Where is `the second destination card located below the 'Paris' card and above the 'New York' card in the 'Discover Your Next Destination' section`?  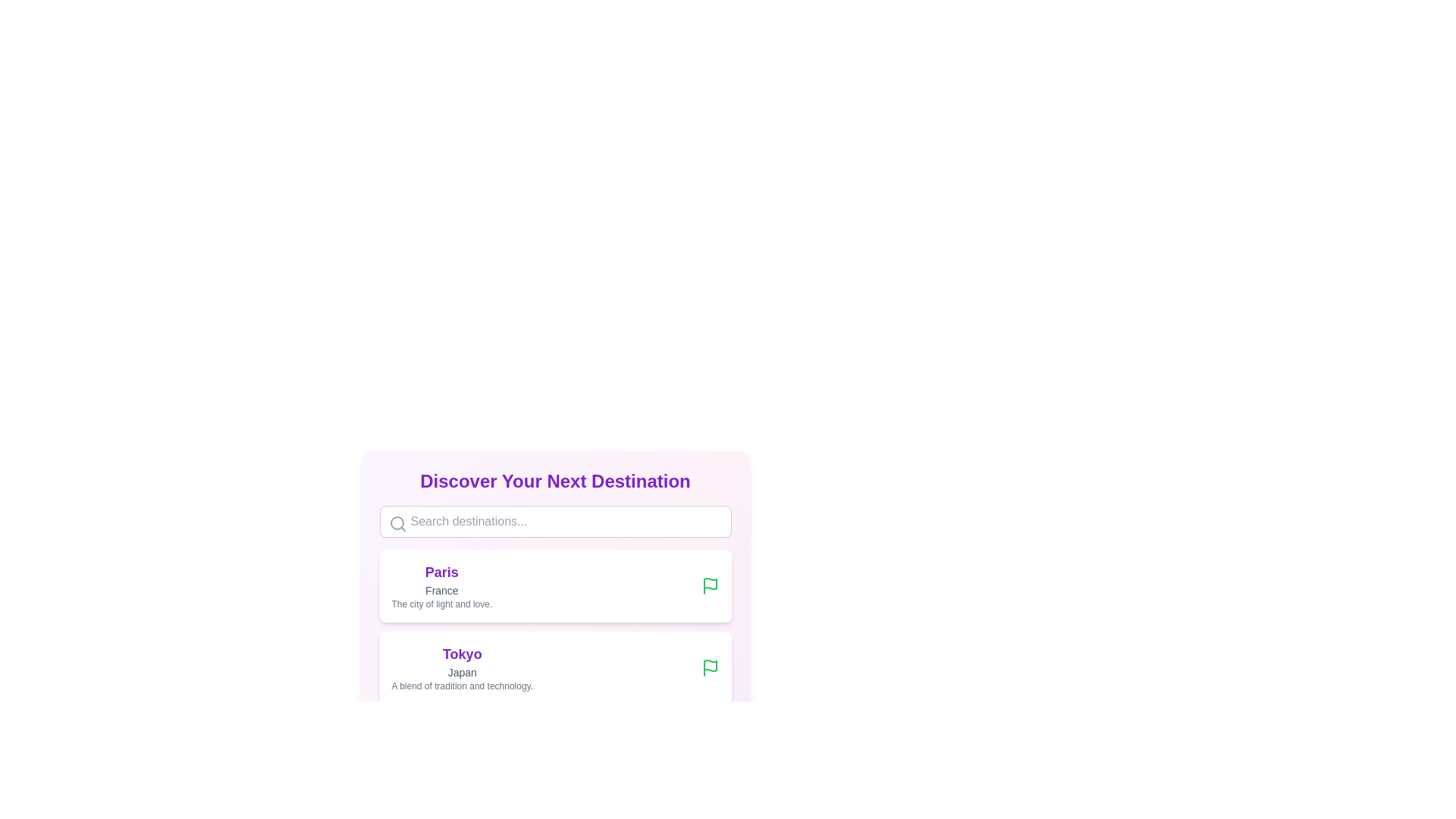
the second destination card located below the 'Paris' card and above the 'New York' card in the 'Discover Your Next Destination' section is located at coordinates (554, 667).